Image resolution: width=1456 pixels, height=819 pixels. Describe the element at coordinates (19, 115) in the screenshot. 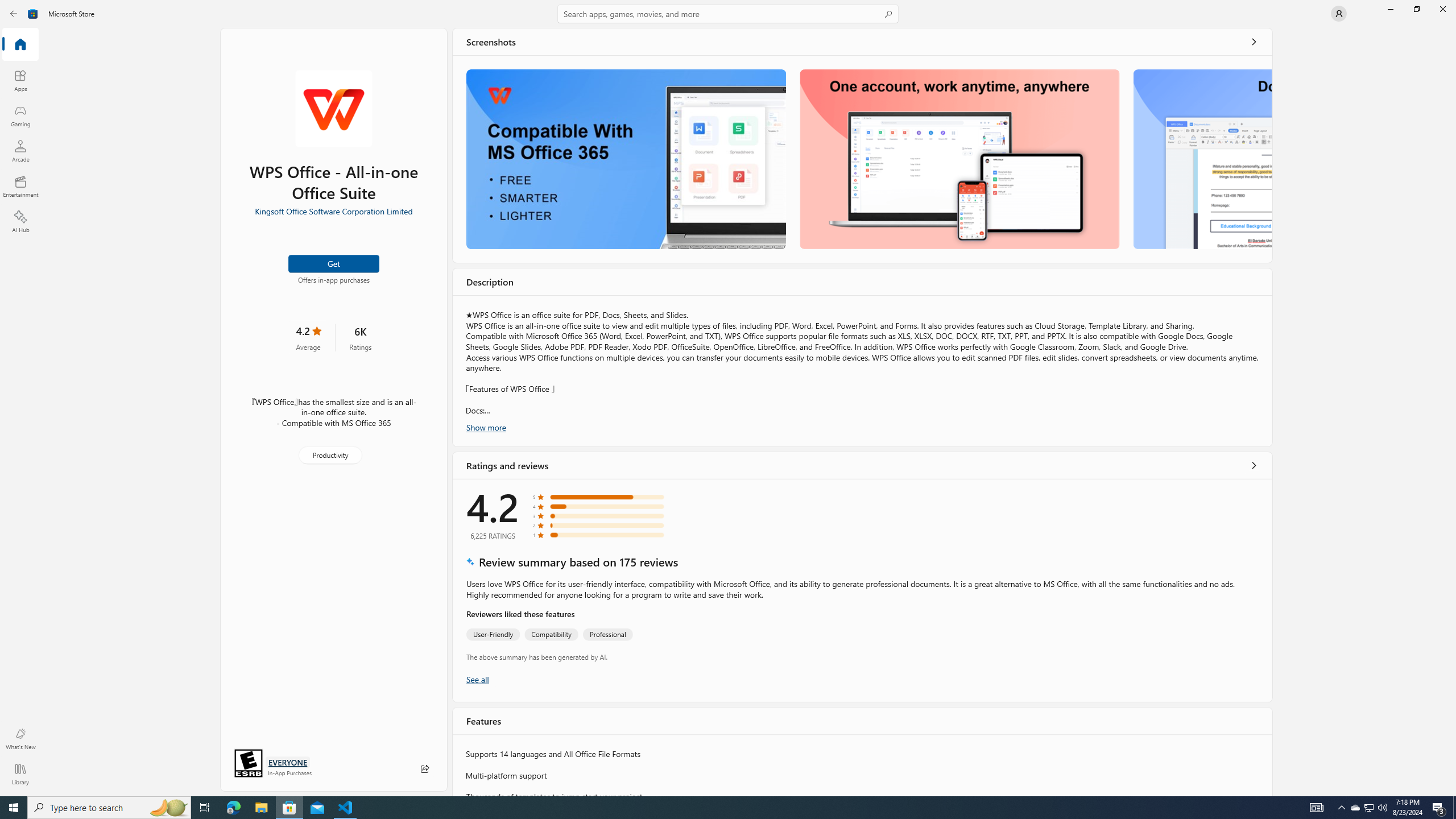

I see `'Gaming'` at that location.